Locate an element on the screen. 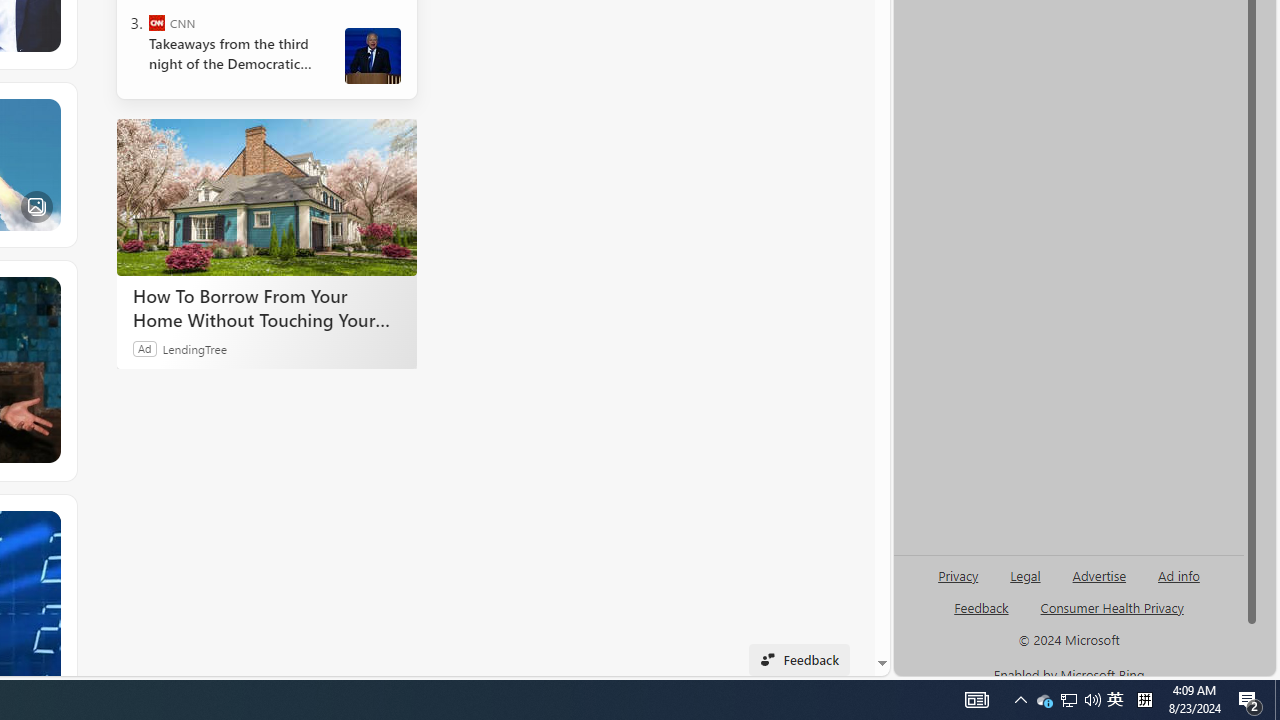 This screenshot has width=1280, height=720. 'CNN' is located at coordinates (155, 23).